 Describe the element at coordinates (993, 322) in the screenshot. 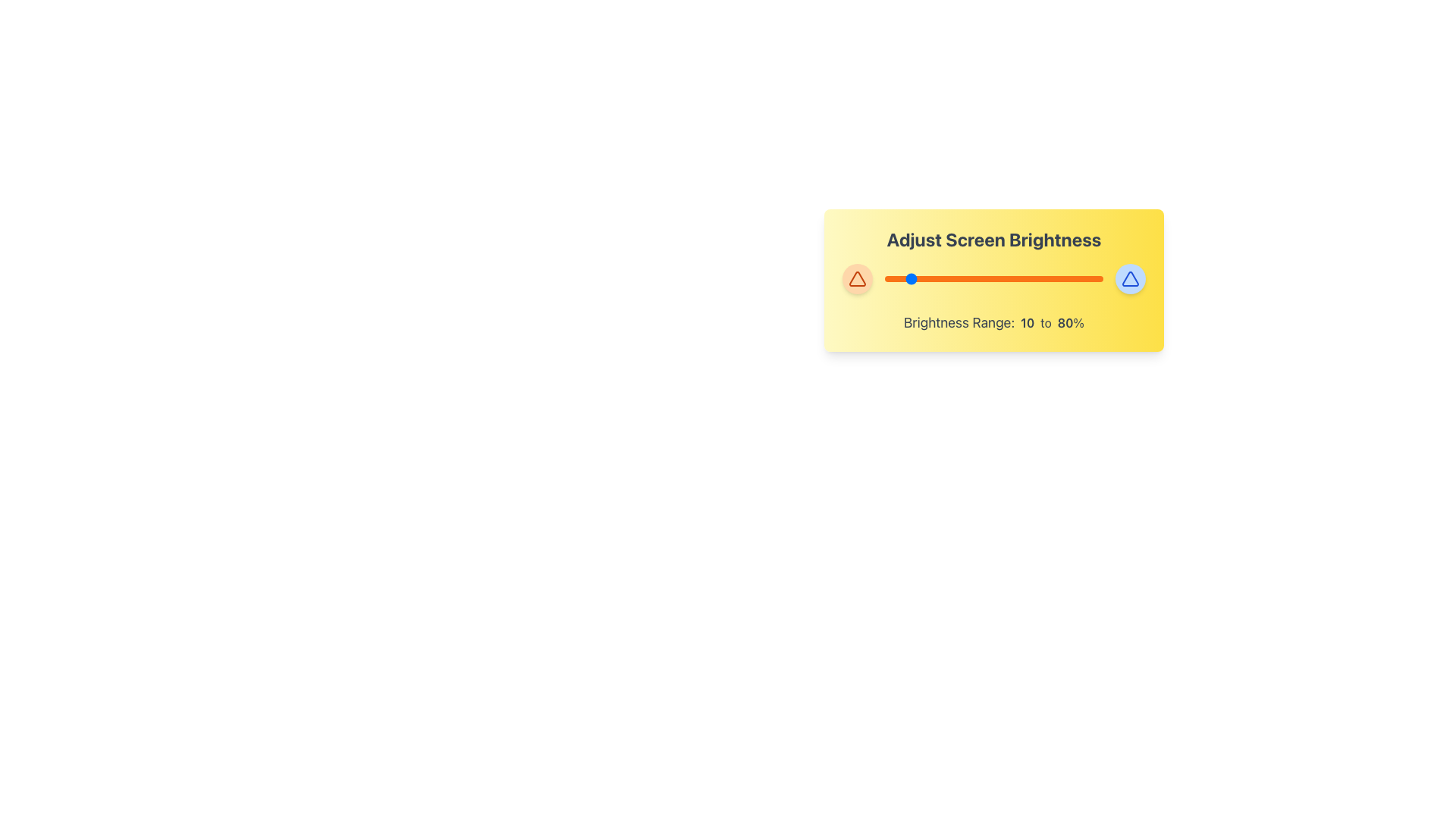

I see `the text label displaying 'Brightness Range: 10 to 80%' located at the center-bottom of the yellow-themed card layout, beneath the horizontal slider` at that location.